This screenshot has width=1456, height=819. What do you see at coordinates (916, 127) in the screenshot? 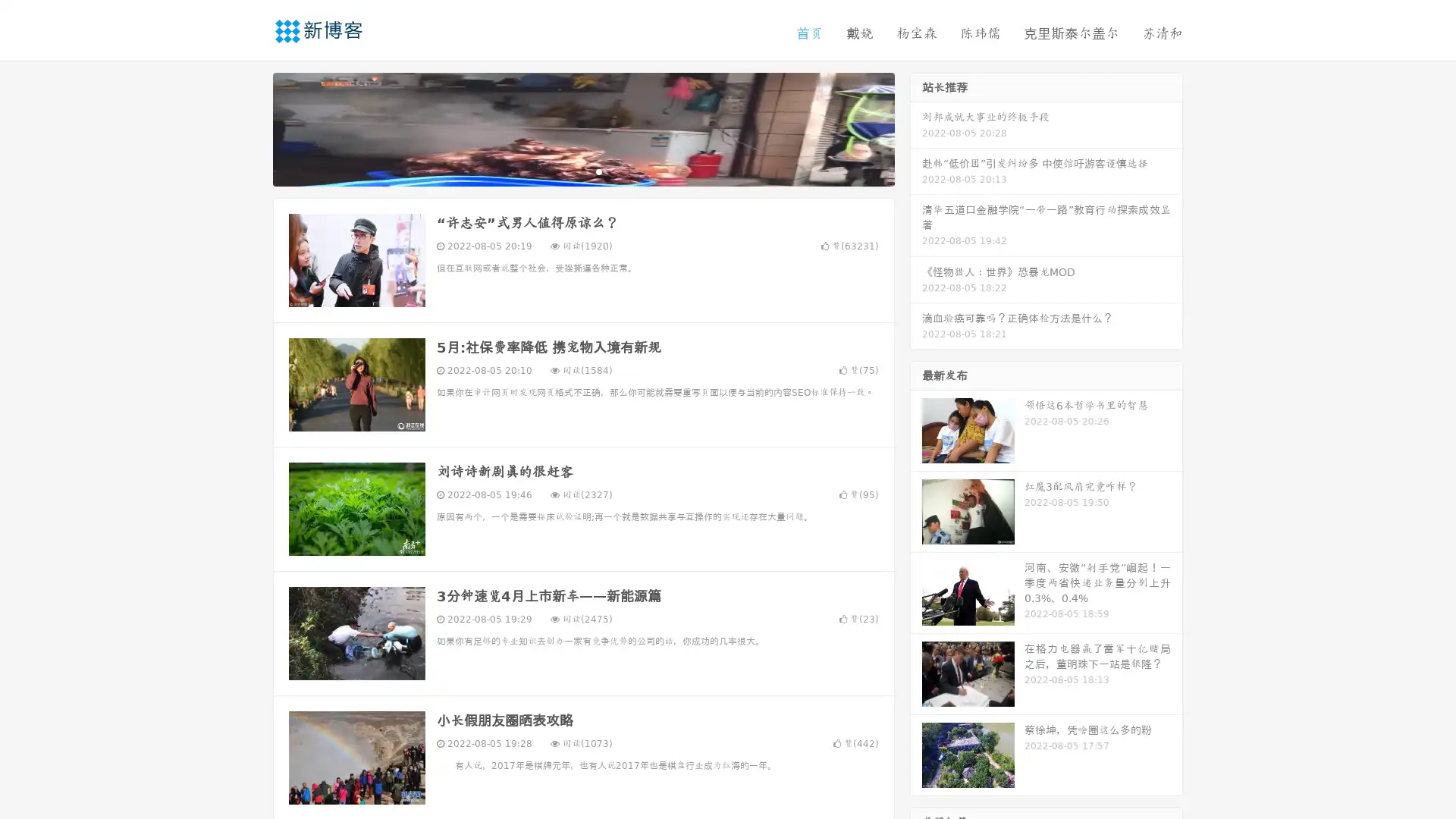
I see `Next slide` at bounding box center [916, 127].